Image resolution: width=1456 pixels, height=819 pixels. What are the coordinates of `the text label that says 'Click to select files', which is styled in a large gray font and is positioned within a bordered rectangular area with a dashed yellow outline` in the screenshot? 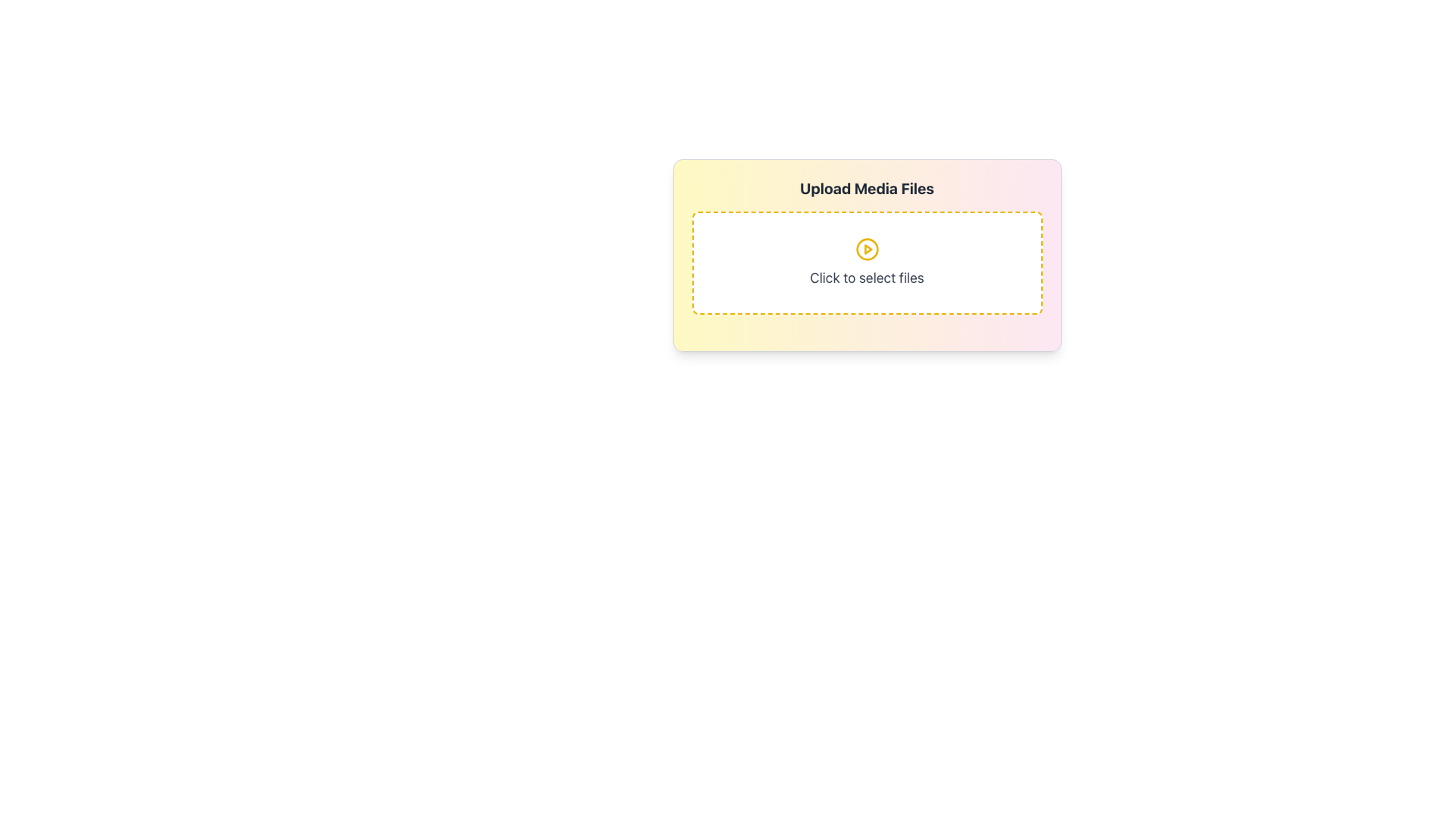 It's located at (867, 278).